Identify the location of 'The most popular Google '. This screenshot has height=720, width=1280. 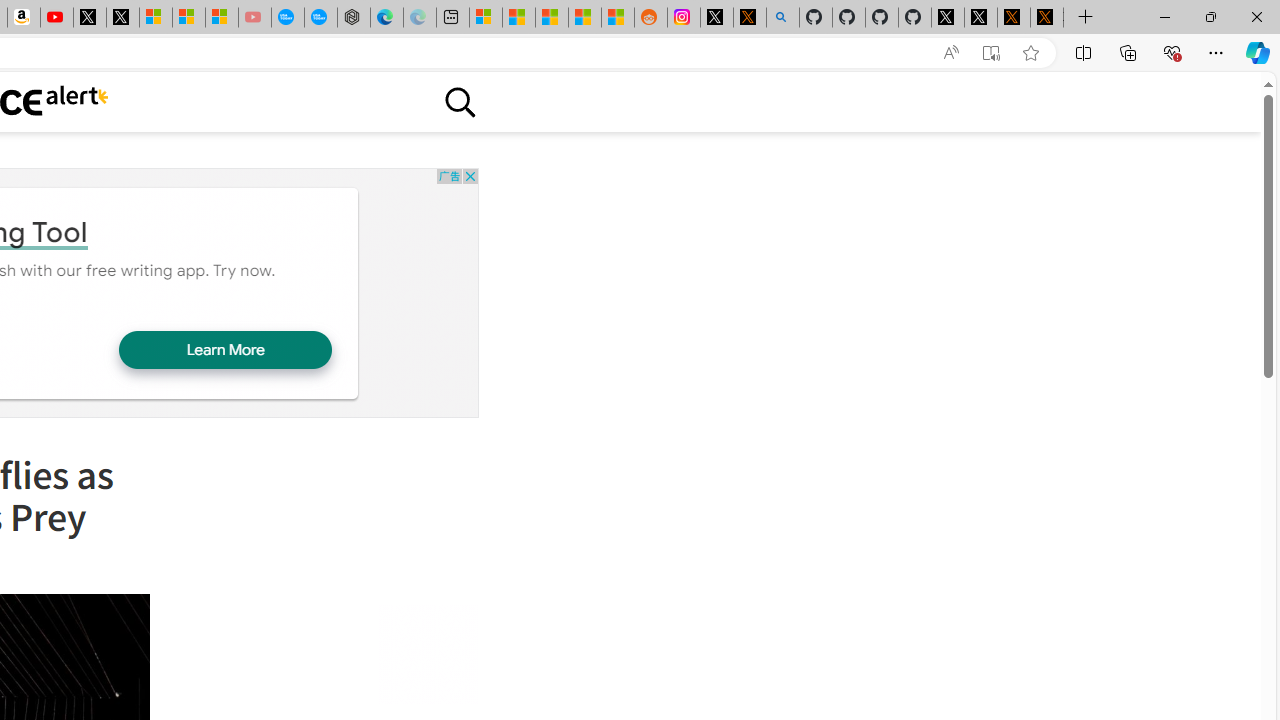
(320, 17).